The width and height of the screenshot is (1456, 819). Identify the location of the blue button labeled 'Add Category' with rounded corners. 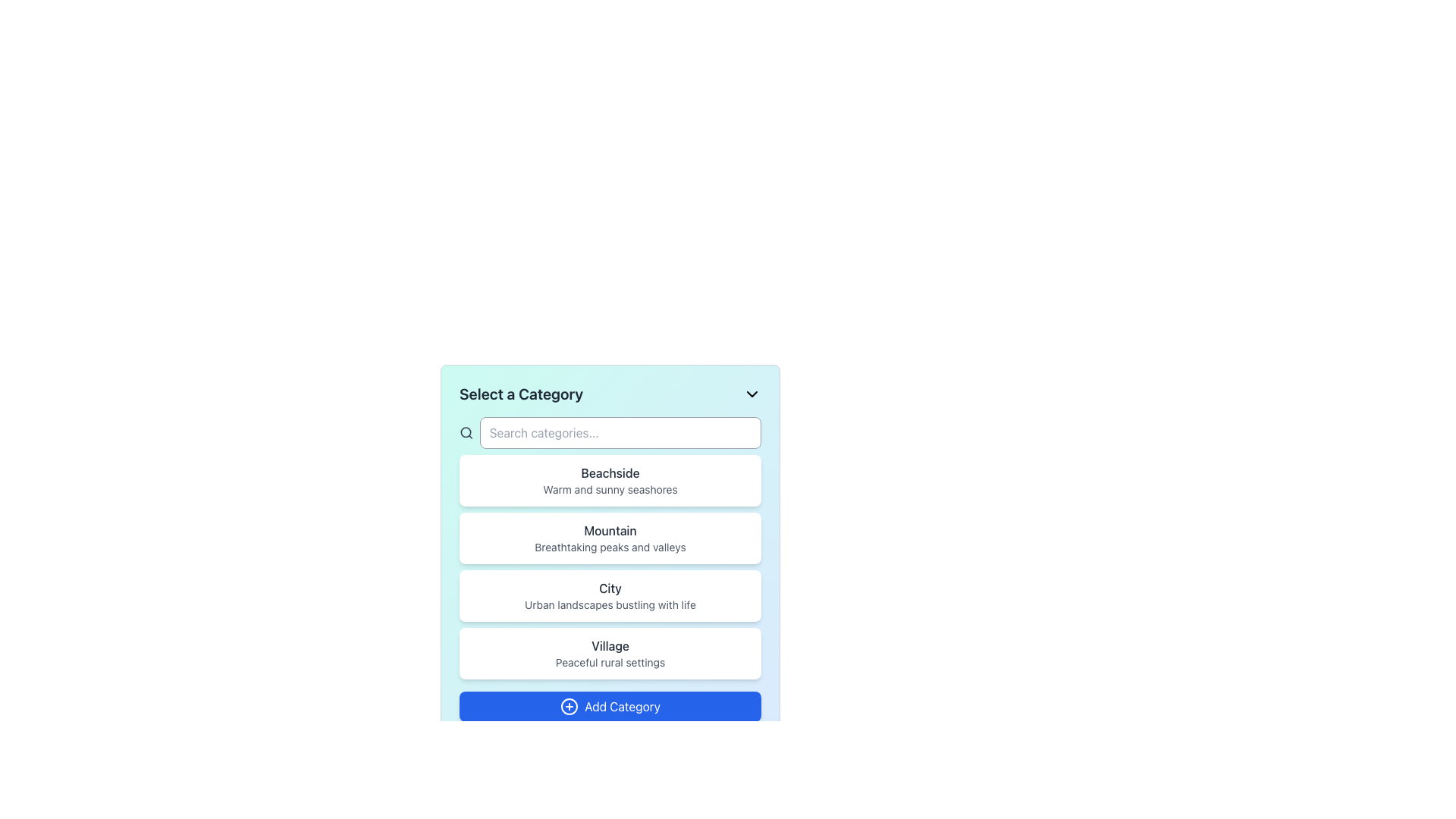
(610, 707).